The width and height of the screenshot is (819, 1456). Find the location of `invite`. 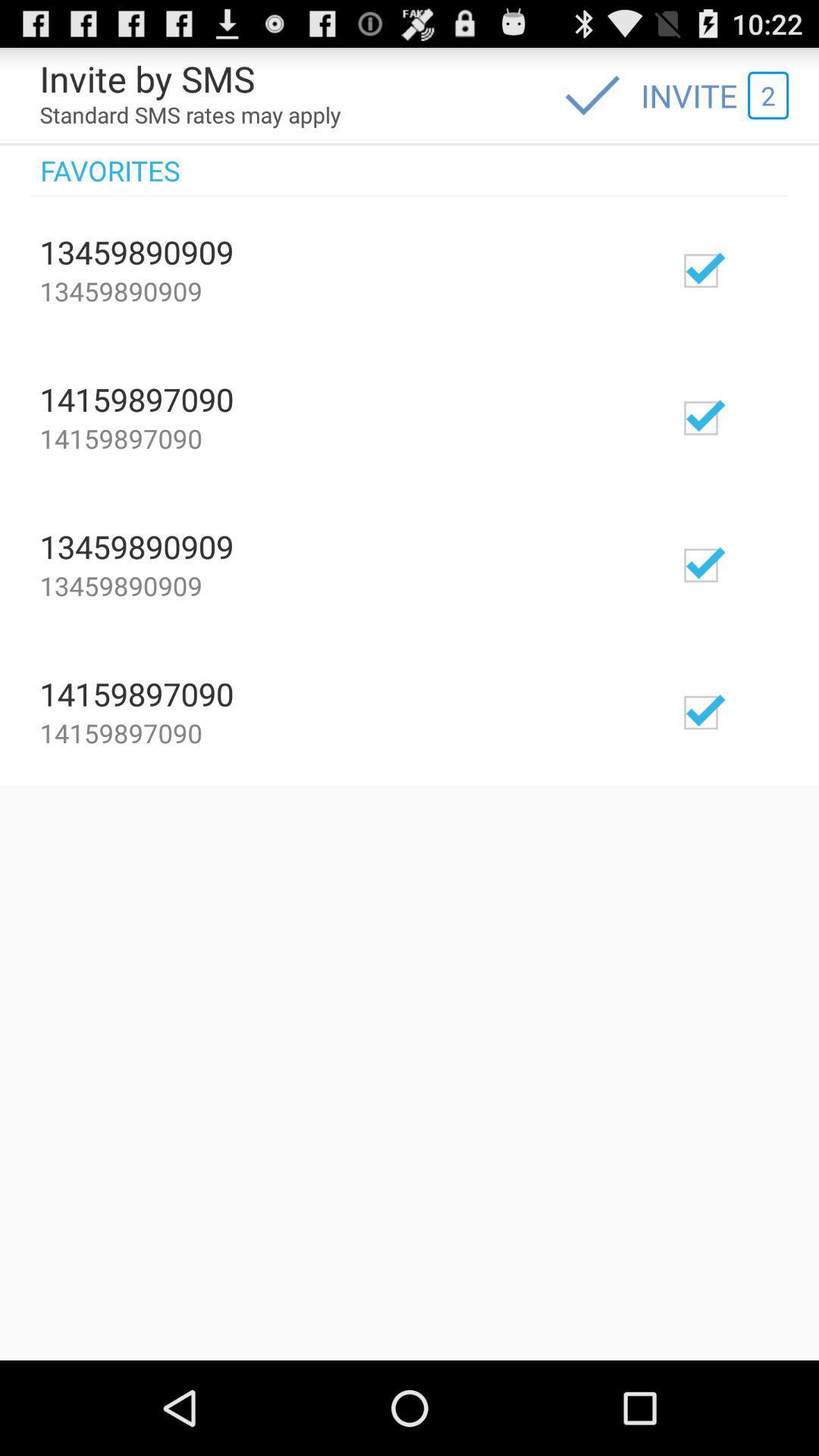

invite is located at coordinates (745, 269).